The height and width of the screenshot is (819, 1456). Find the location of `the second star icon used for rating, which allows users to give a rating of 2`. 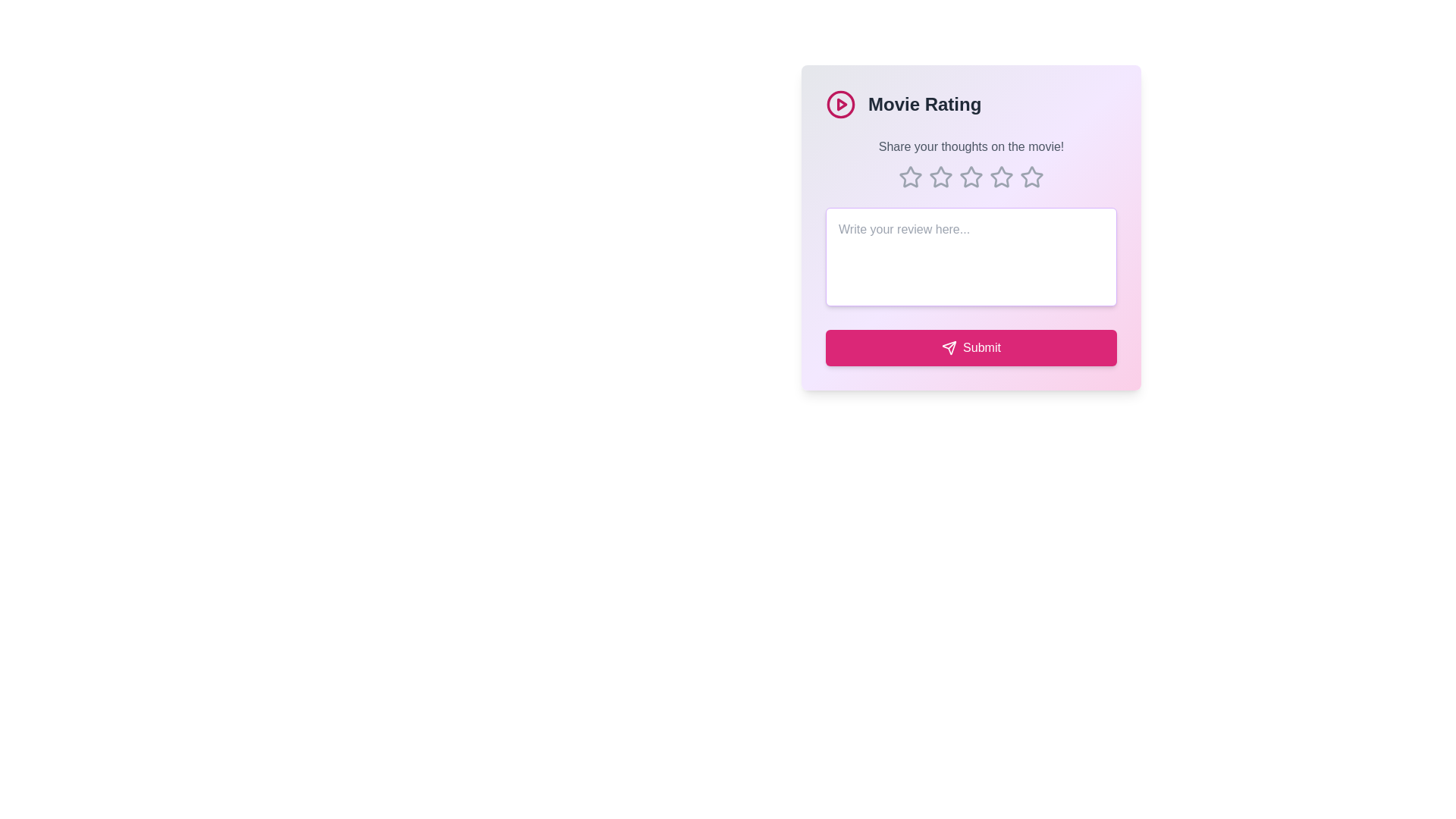

the second star icon used for rating, which allows users to give a rating of 2 is located at coordinates (971, 175).